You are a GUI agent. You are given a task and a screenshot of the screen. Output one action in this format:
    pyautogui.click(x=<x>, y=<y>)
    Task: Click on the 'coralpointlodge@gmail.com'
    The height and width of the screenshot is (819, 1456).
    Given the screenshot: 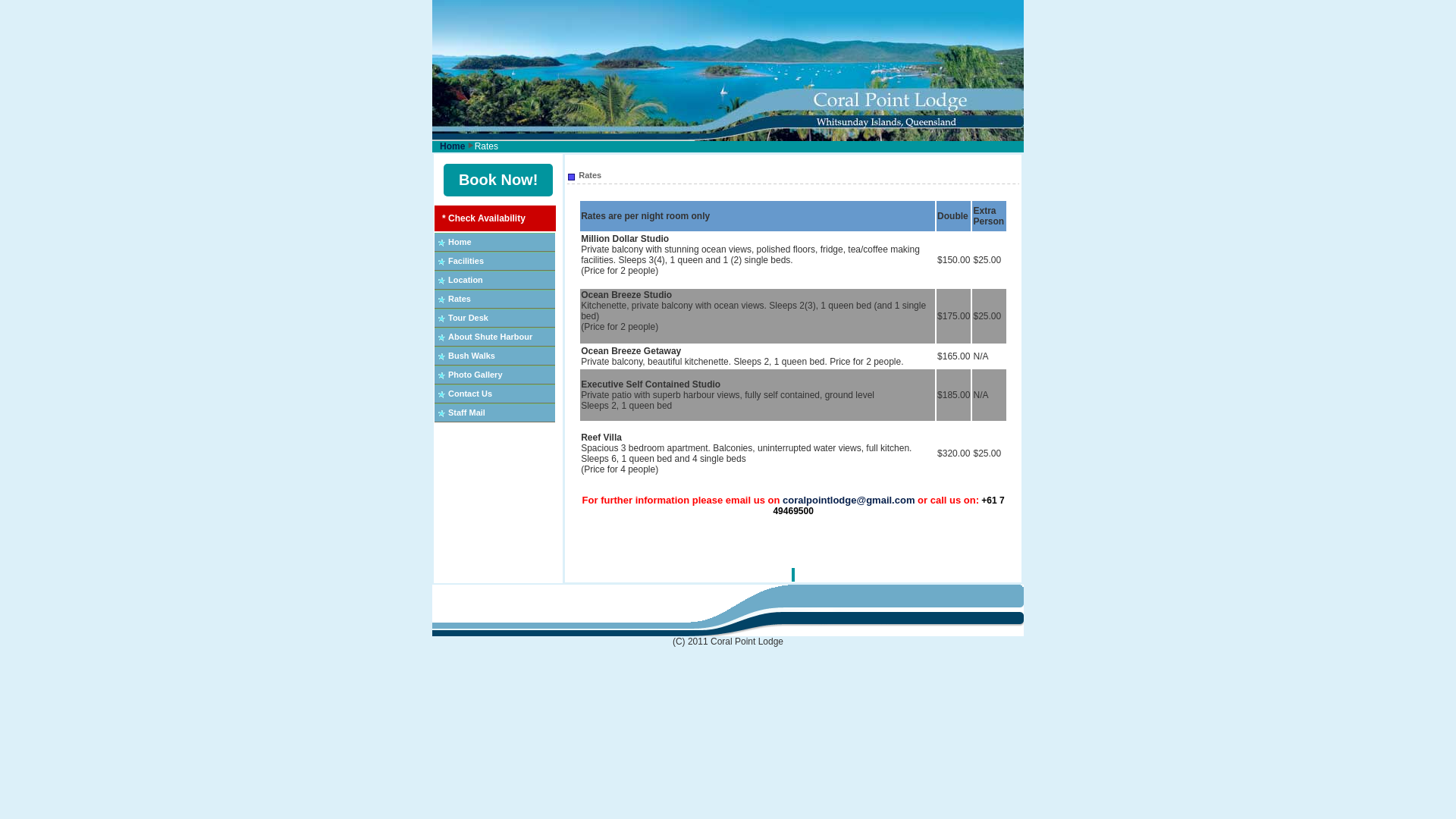 What is the action you would take?
    pyautogui.click(x=847, y=500)
    